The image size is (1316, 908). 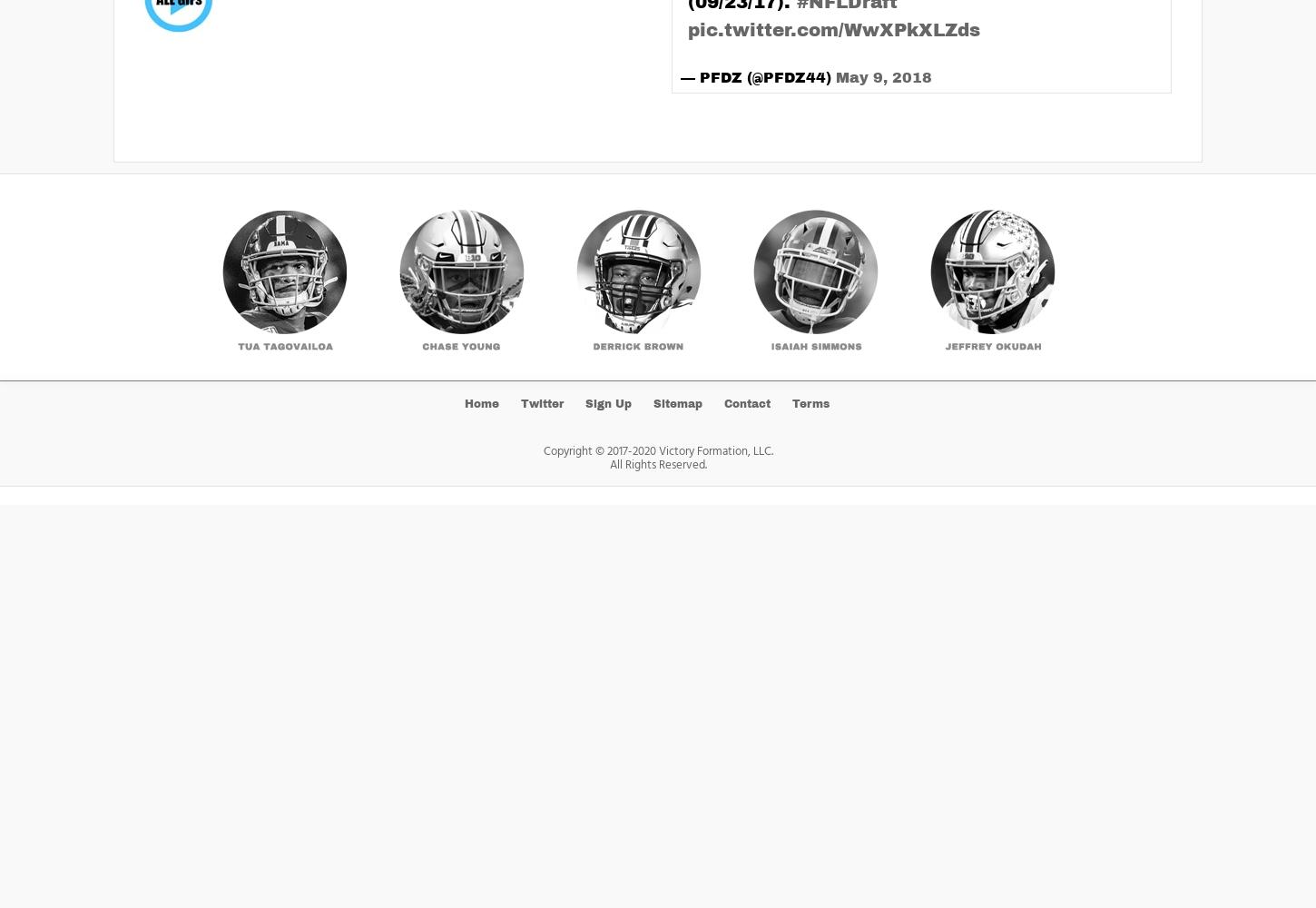 What do you see at coordinates (688, 29) in the screenshot?
I see `'pic.twitter.com/WwXPkXLZds'` at bounding box center [688, 29].